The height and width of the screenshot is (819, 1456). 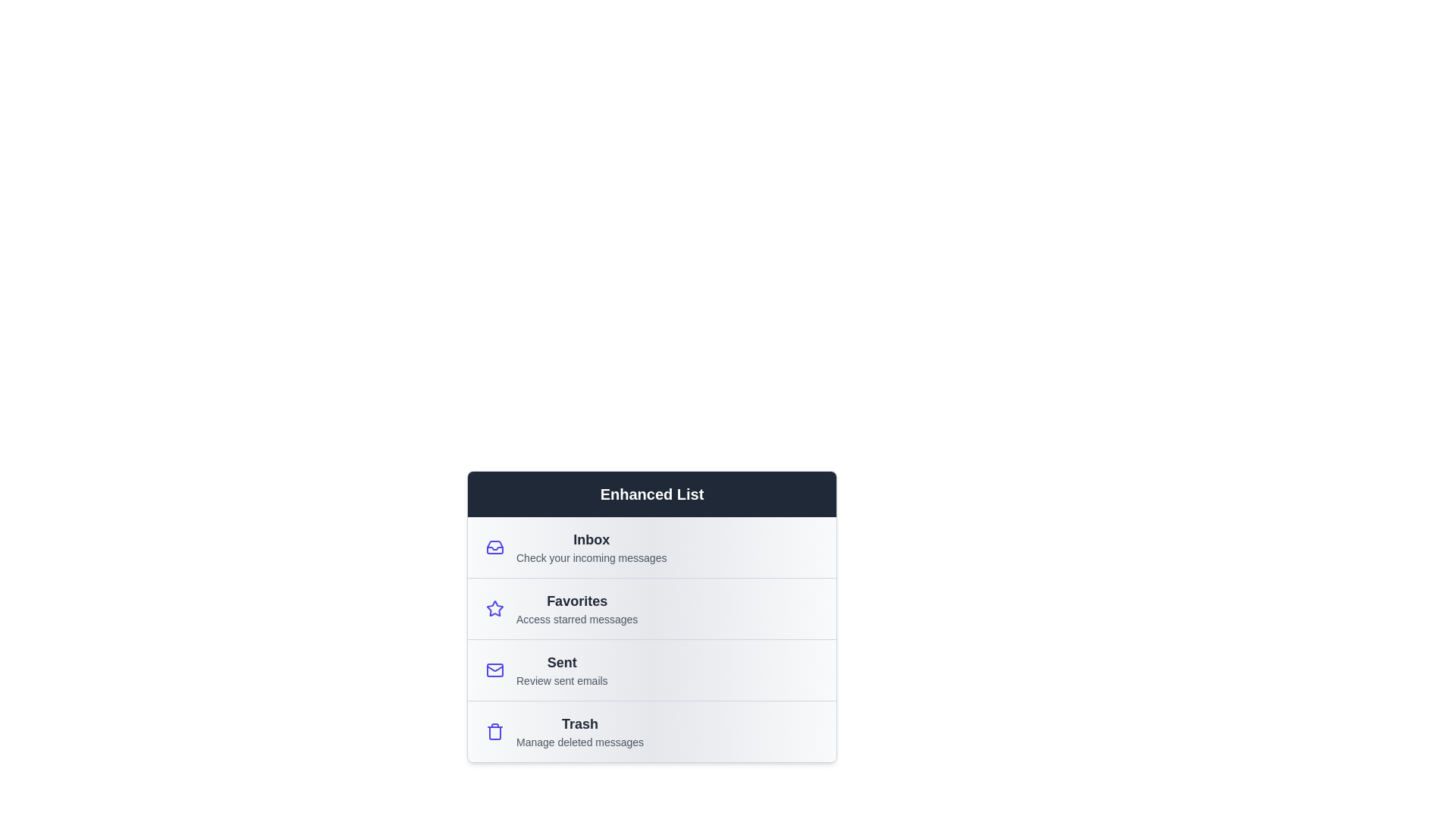 I want to click on the 'Trash' text label, which is bold and large, displaying in dark gray color, positioned at the bottom of the list in the 'Enhanced List' modal, so click(x=579, y=723).